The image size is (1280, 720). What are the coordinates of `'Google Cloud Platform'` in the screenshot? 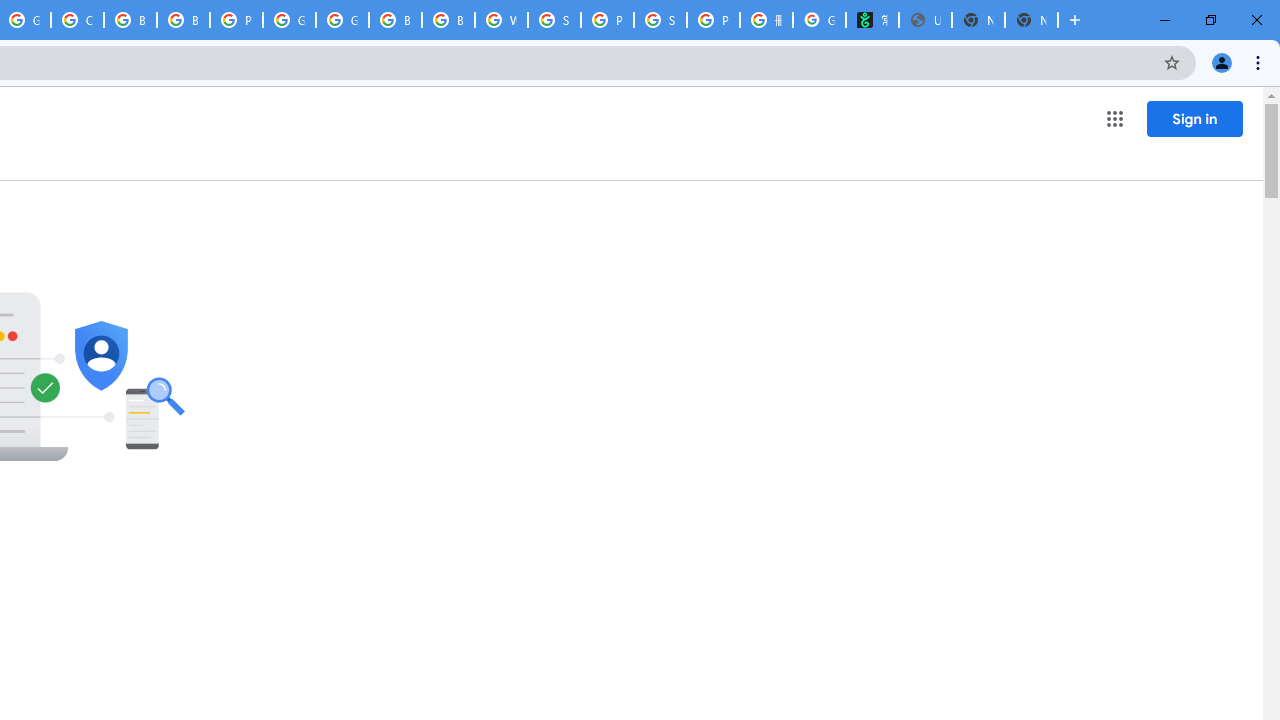 It's located at (342, 20).